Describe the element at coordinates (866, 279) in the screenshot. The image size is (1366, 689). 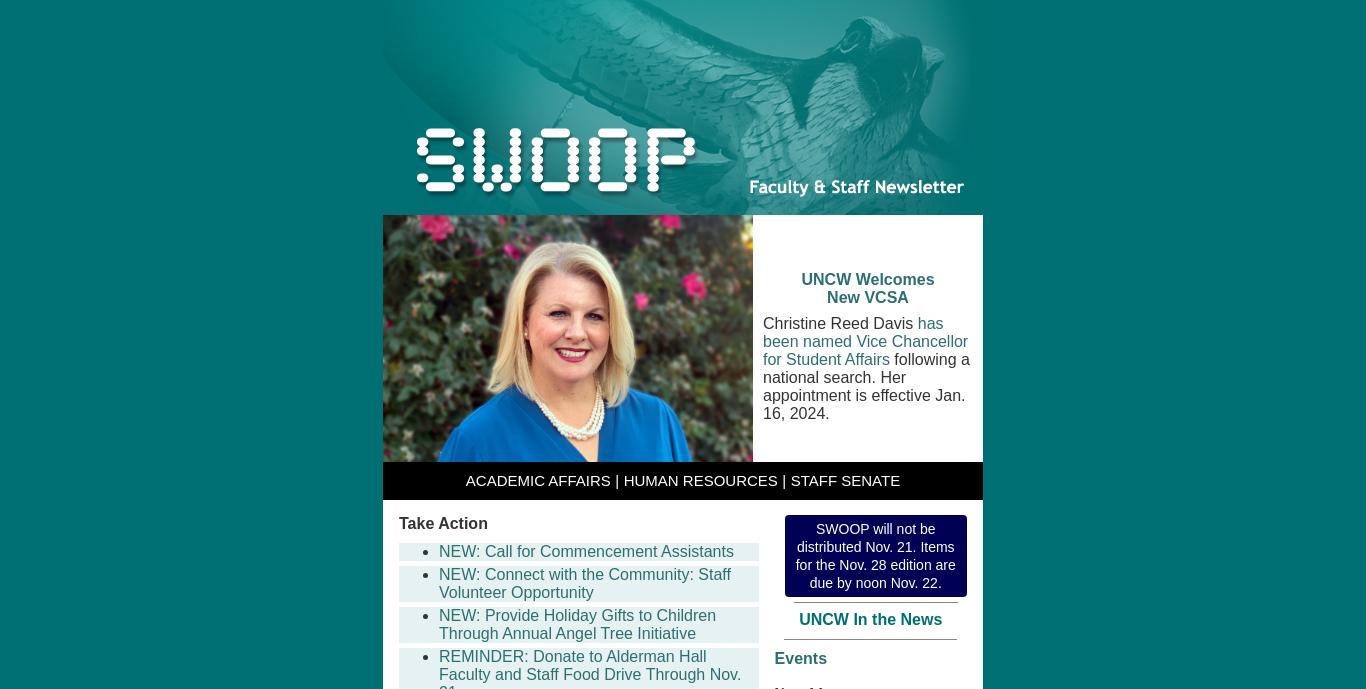
I see `'UNCW Welcomes'` at that location.